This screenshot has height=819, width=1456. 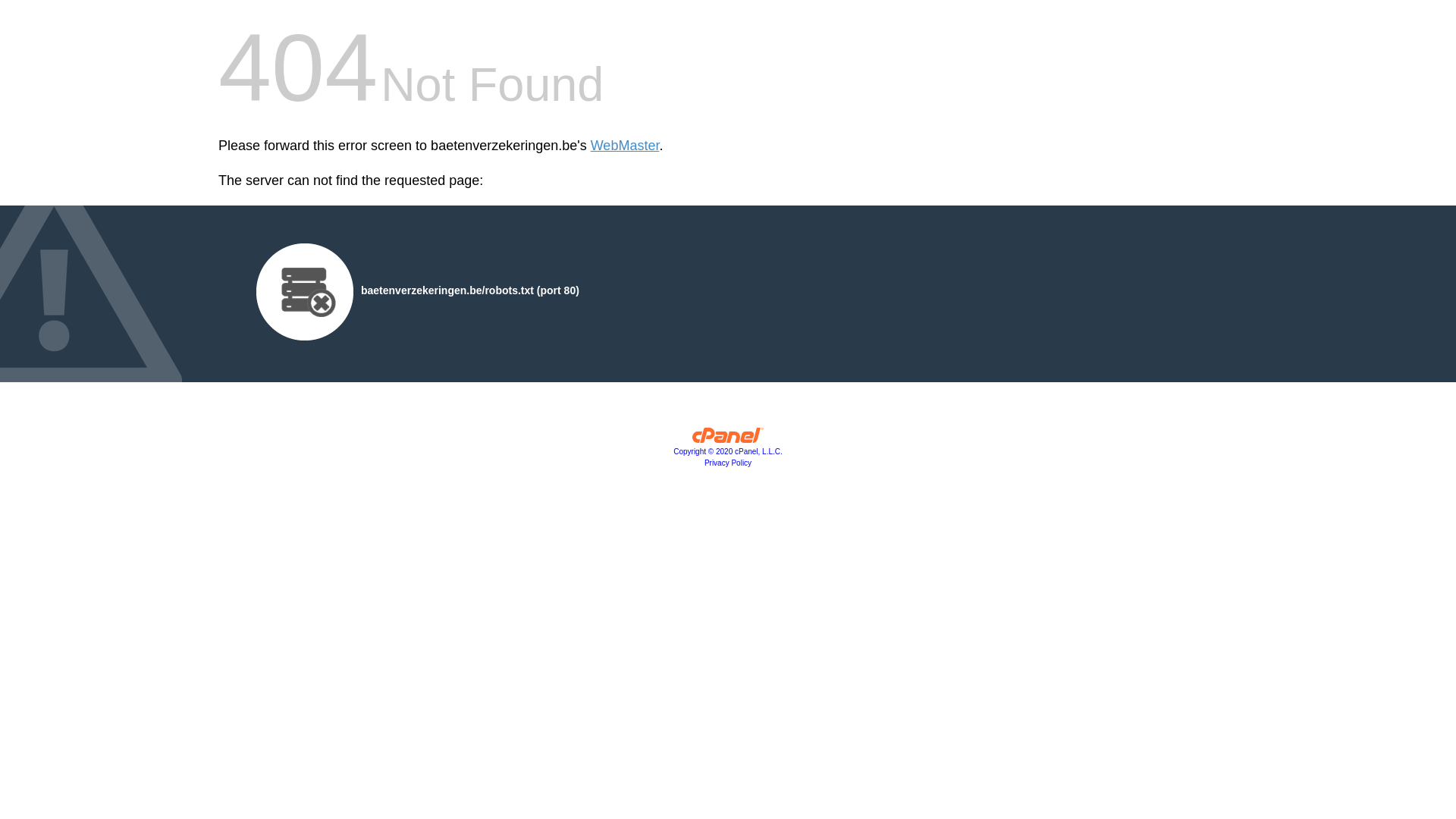 What do you see at coordinates (625, 146) in the screenshot?
I see `'WebMaster'` at bounding box center [625, 146].